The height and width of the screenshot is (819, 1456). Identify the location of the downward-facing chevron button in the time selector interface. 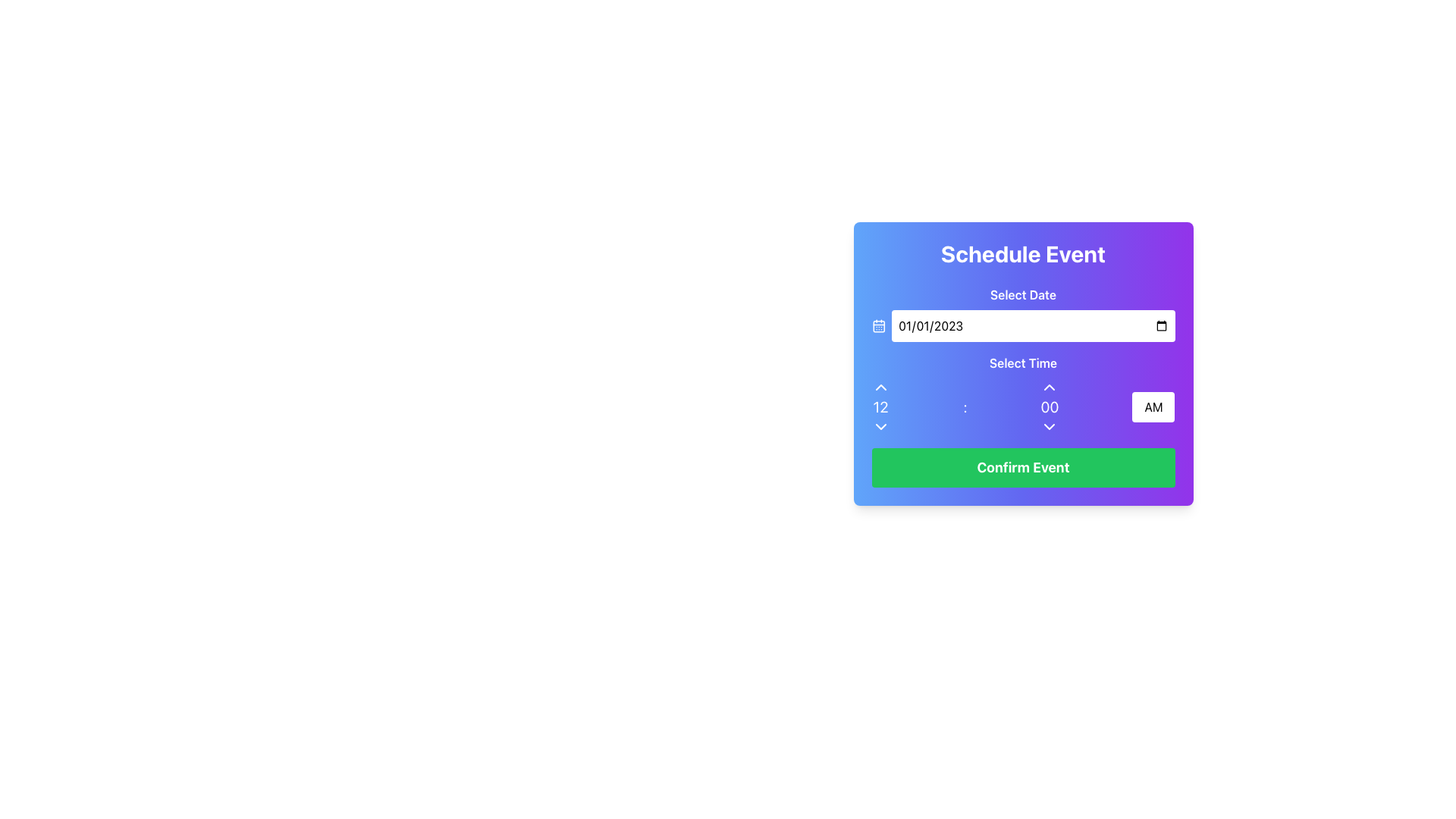
(880, 427).